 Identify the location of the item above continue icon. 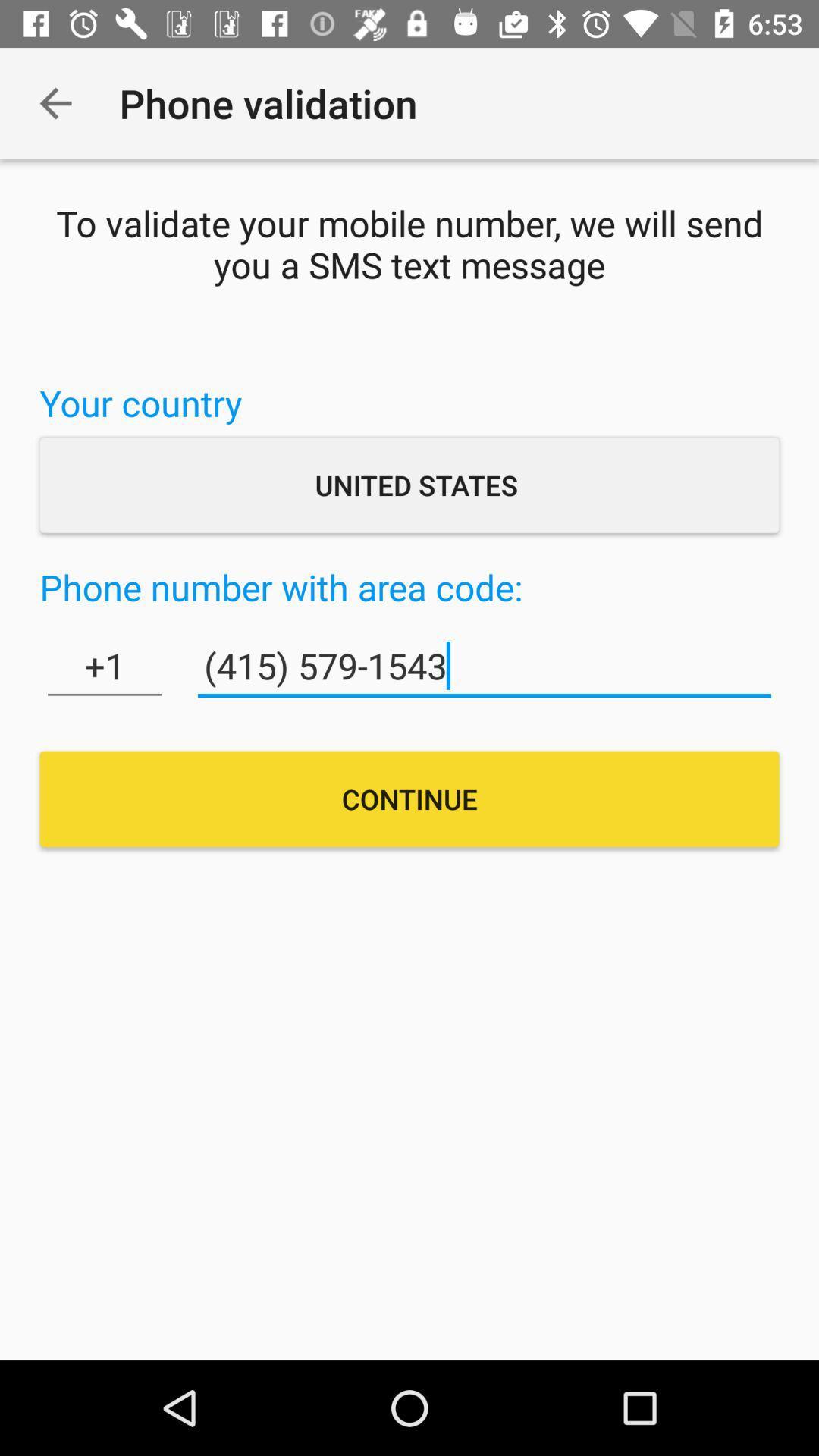
(485, 666).